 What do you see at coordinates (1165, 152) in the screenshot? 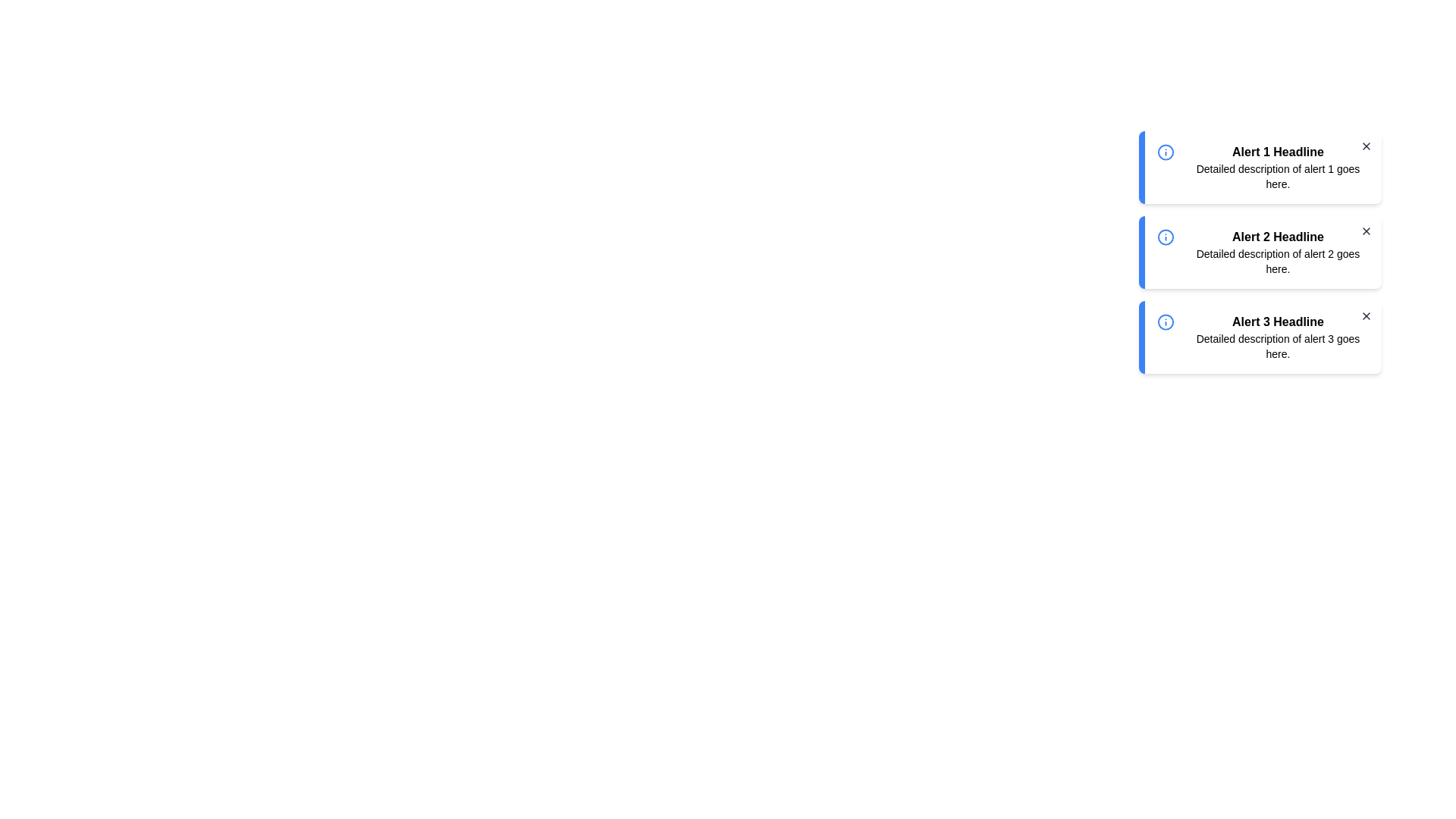
I see `the 'Info' icon of the first alert` at bounding box center [1165, 152].